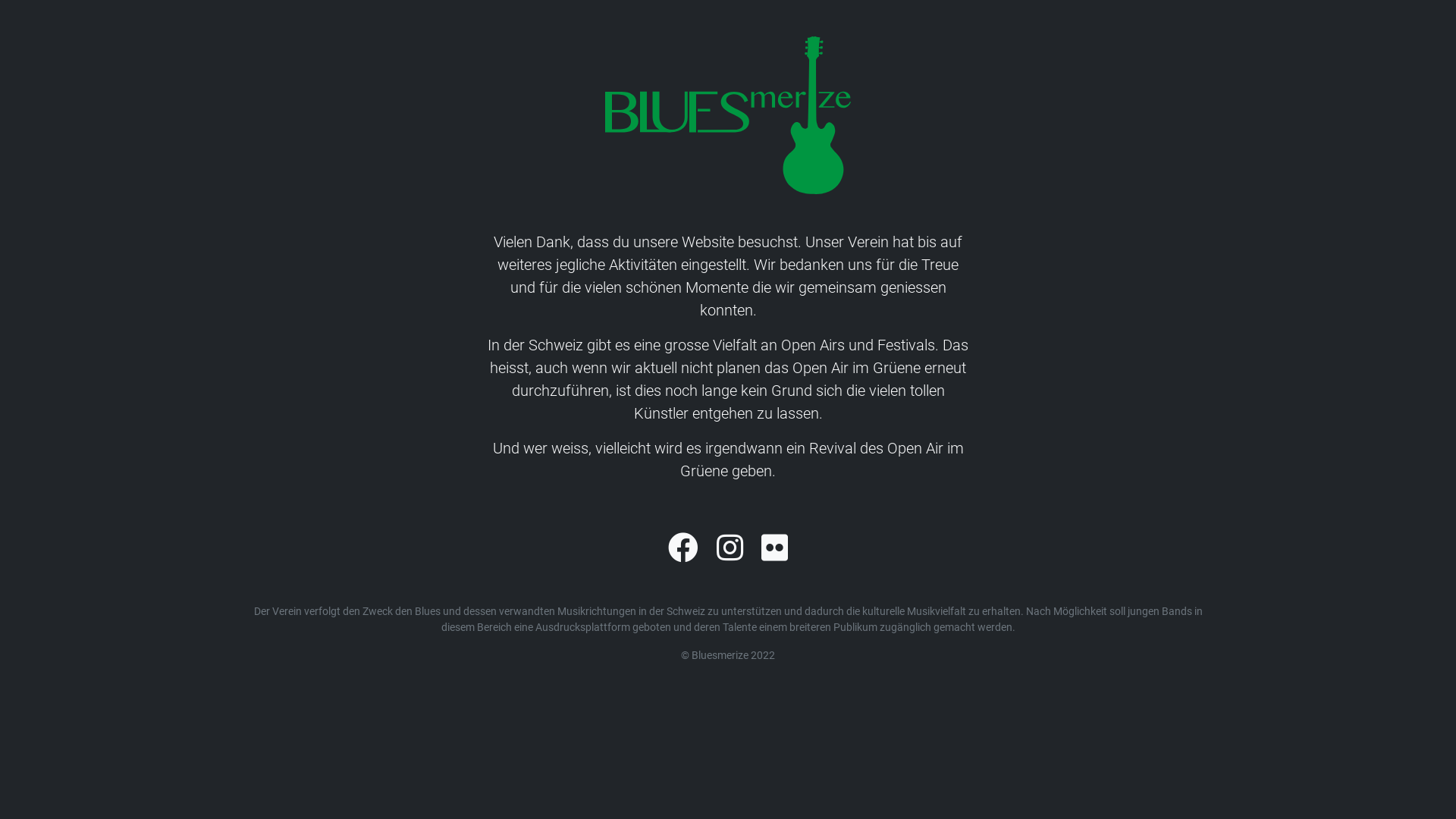  I want to click on 'Facebook', so click(682, 549).